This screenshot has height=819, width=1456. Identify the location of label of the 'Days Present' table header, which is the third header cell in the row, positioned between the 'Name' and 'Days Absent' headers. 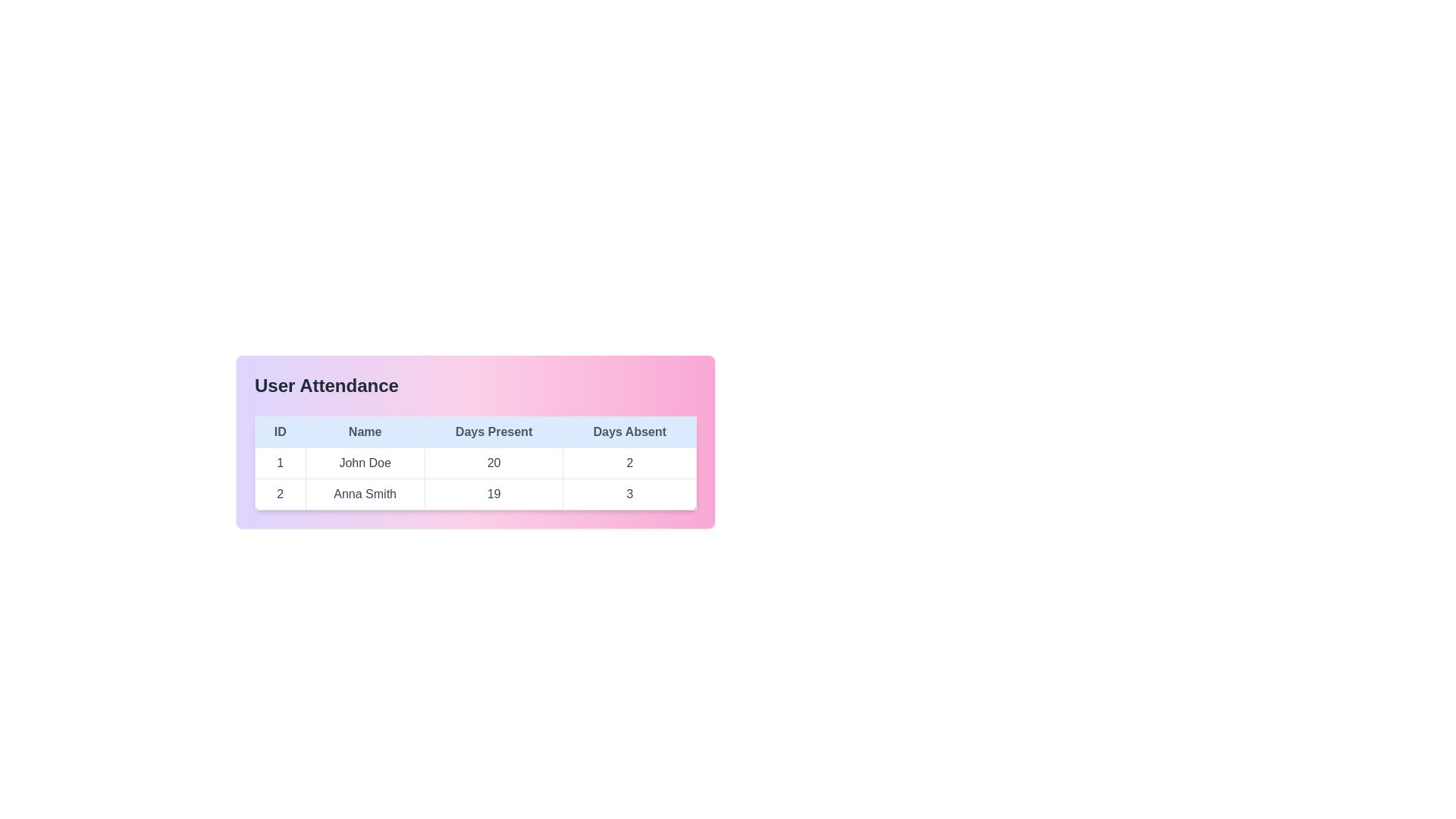
(494, 432).